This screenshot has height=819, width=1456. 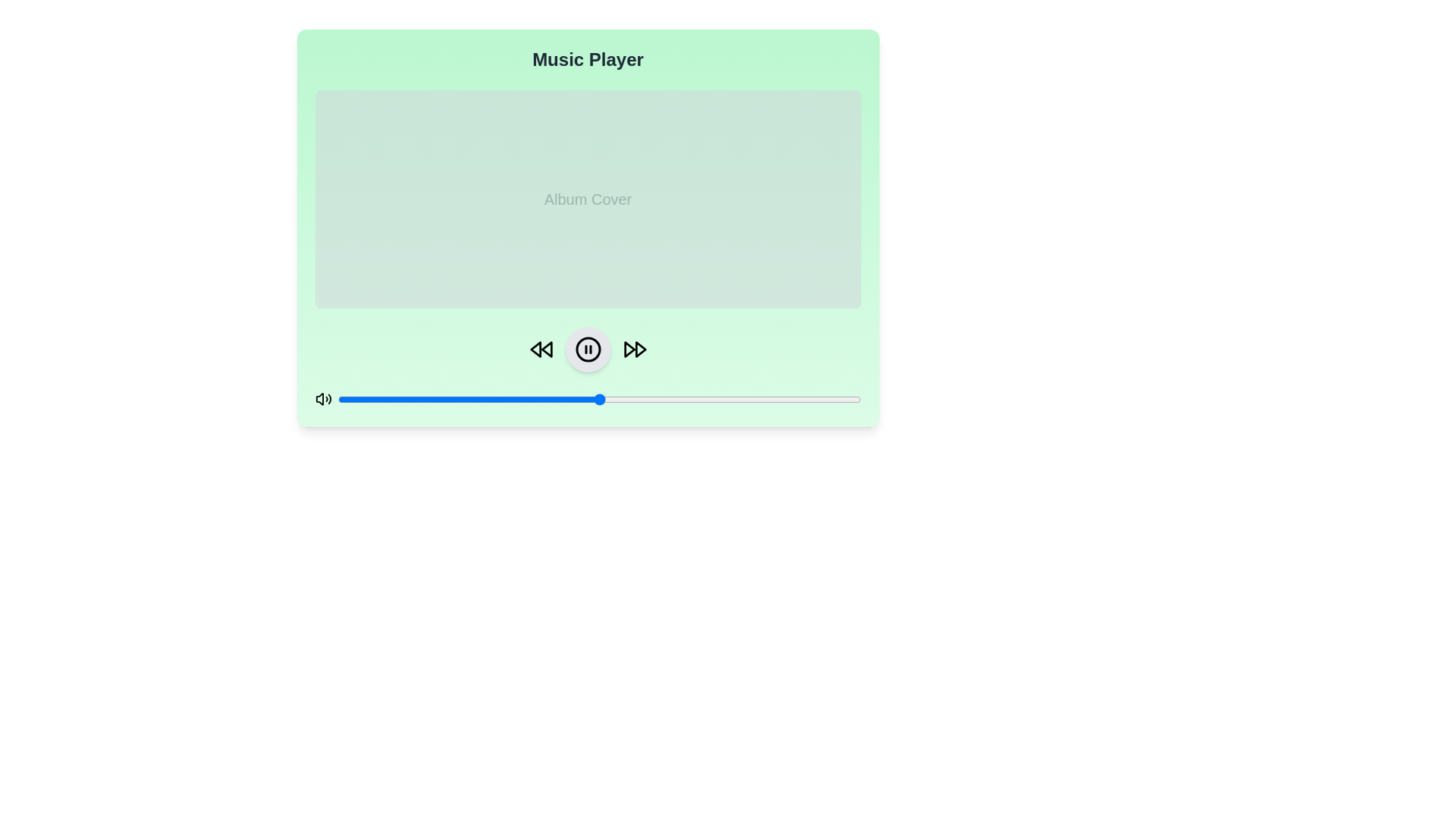 I want to click on the slider position, so click(x=582, y=399).